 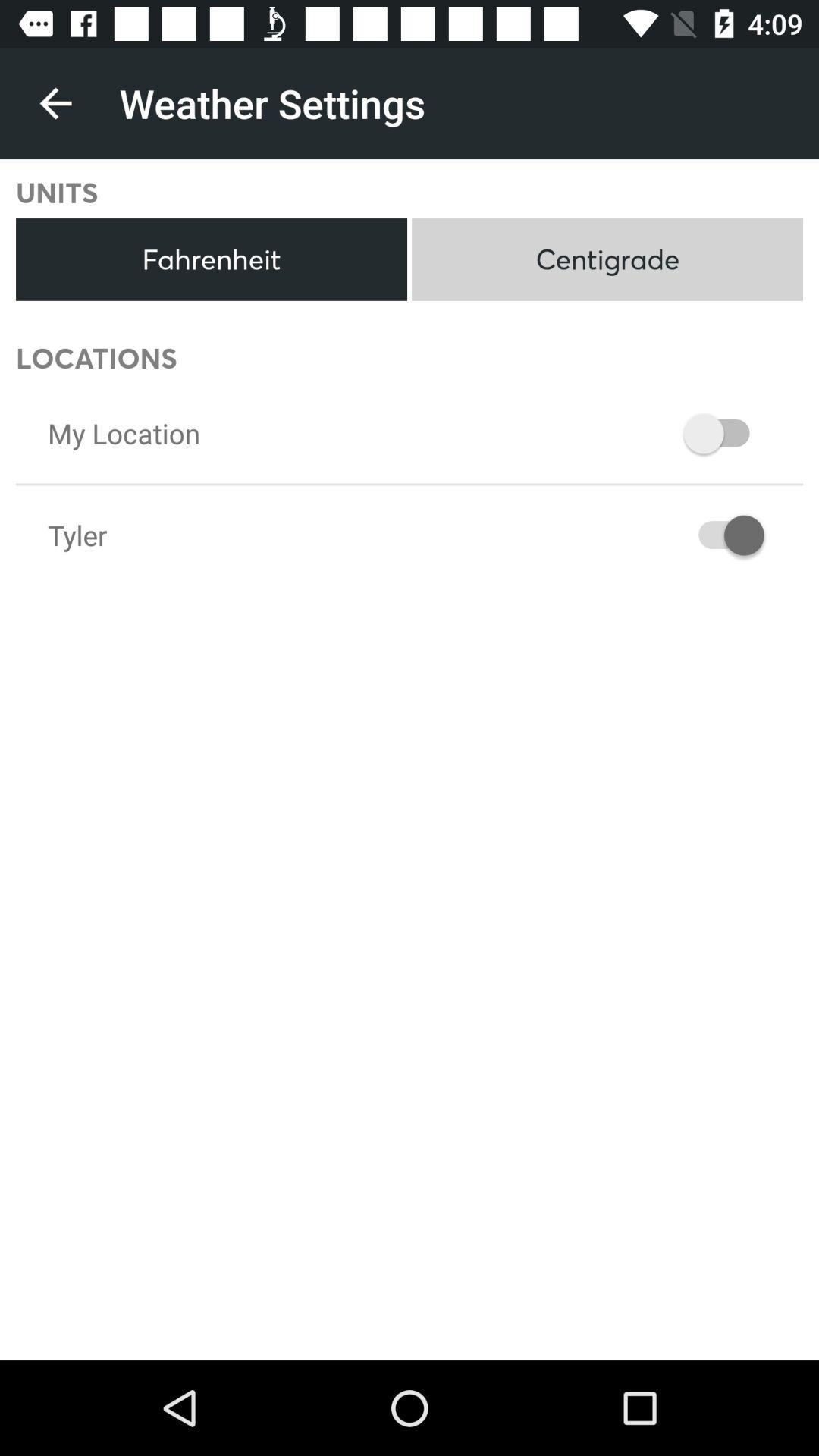 I want to click on tyler icon, so click(x=77, y=535).